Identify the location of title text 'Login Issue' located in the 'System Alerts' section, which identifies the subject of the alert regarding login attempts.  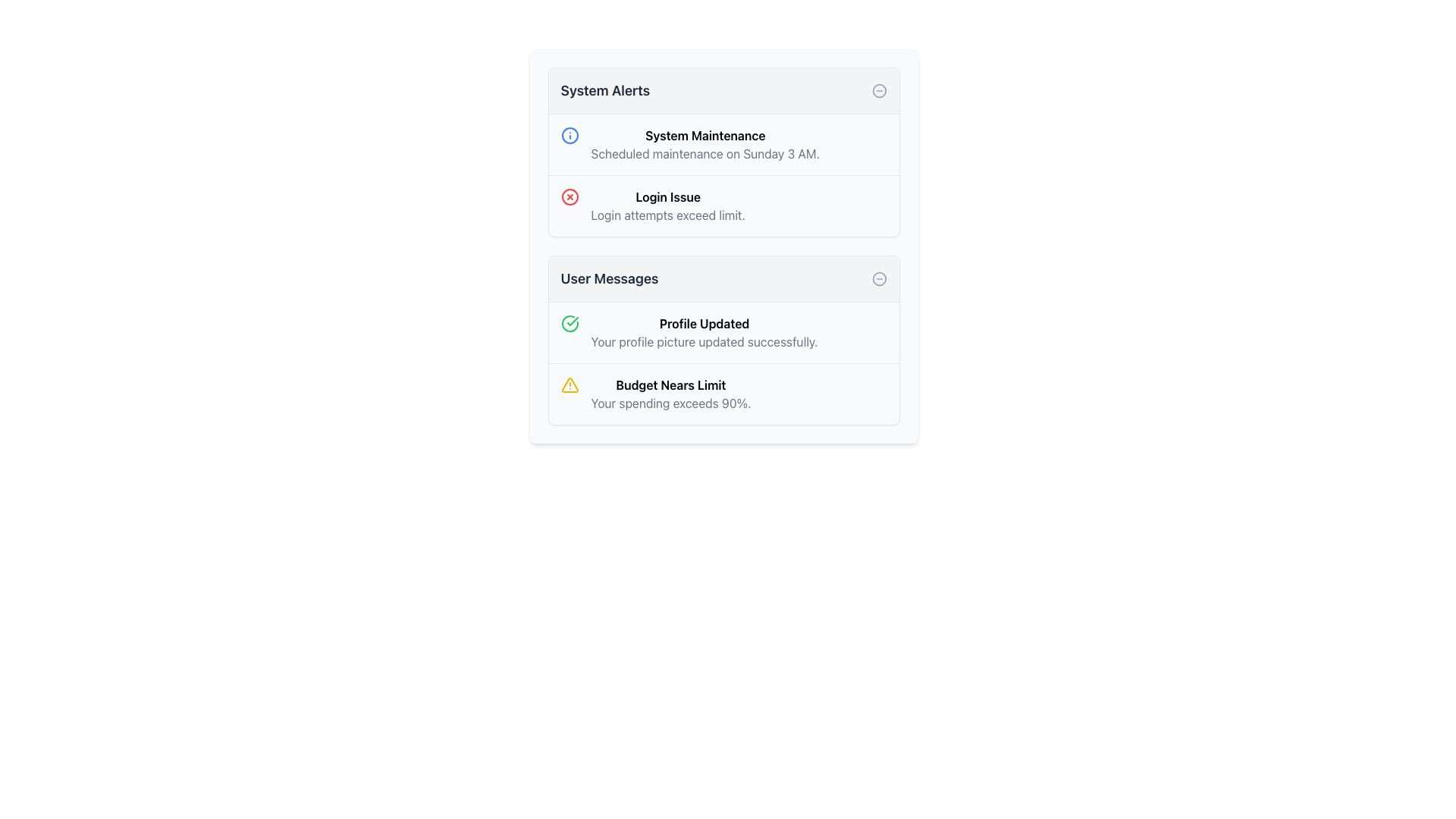
(667, 196).